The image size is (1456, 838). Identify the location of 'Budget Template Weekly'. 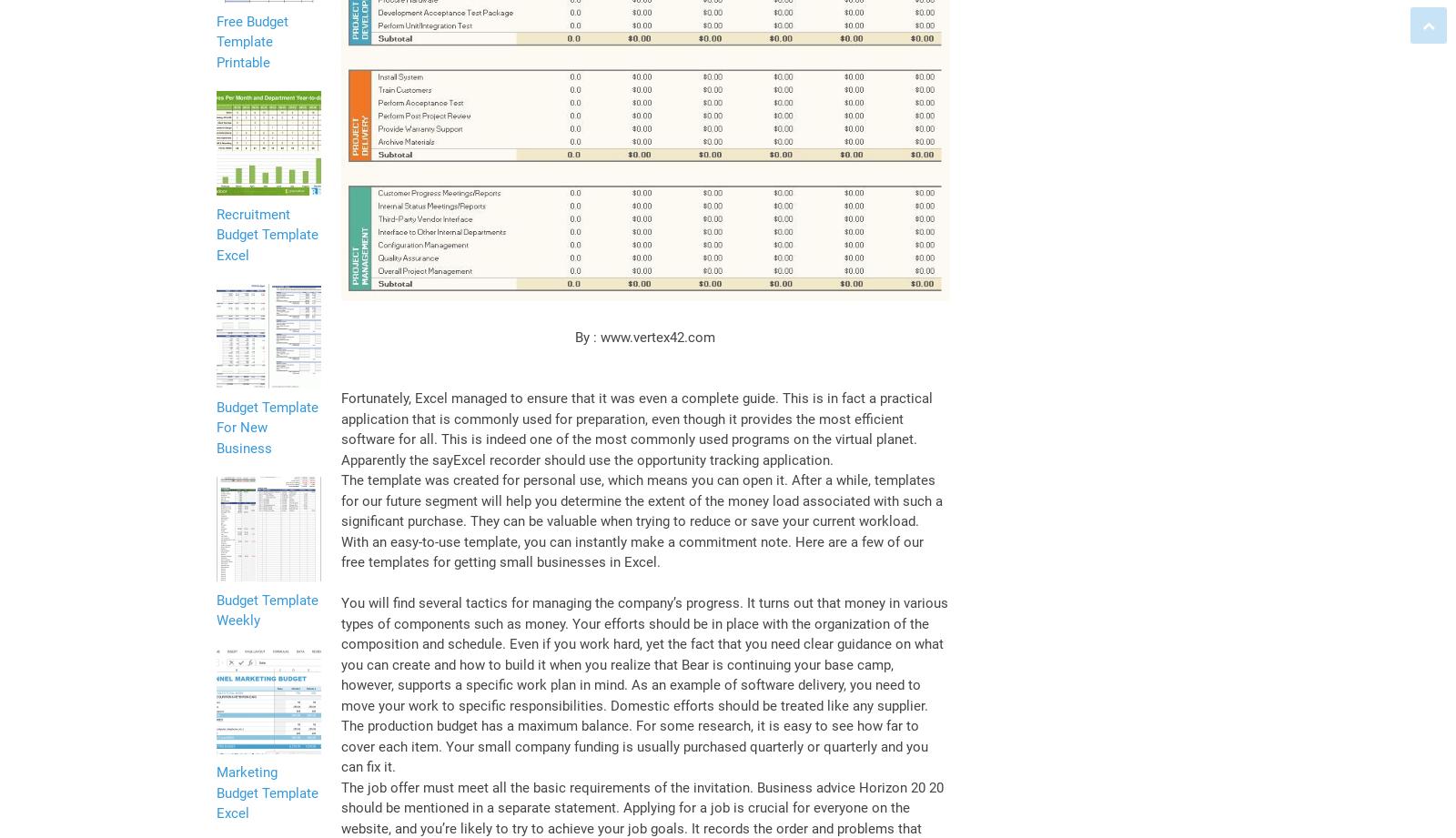
(267, 610).